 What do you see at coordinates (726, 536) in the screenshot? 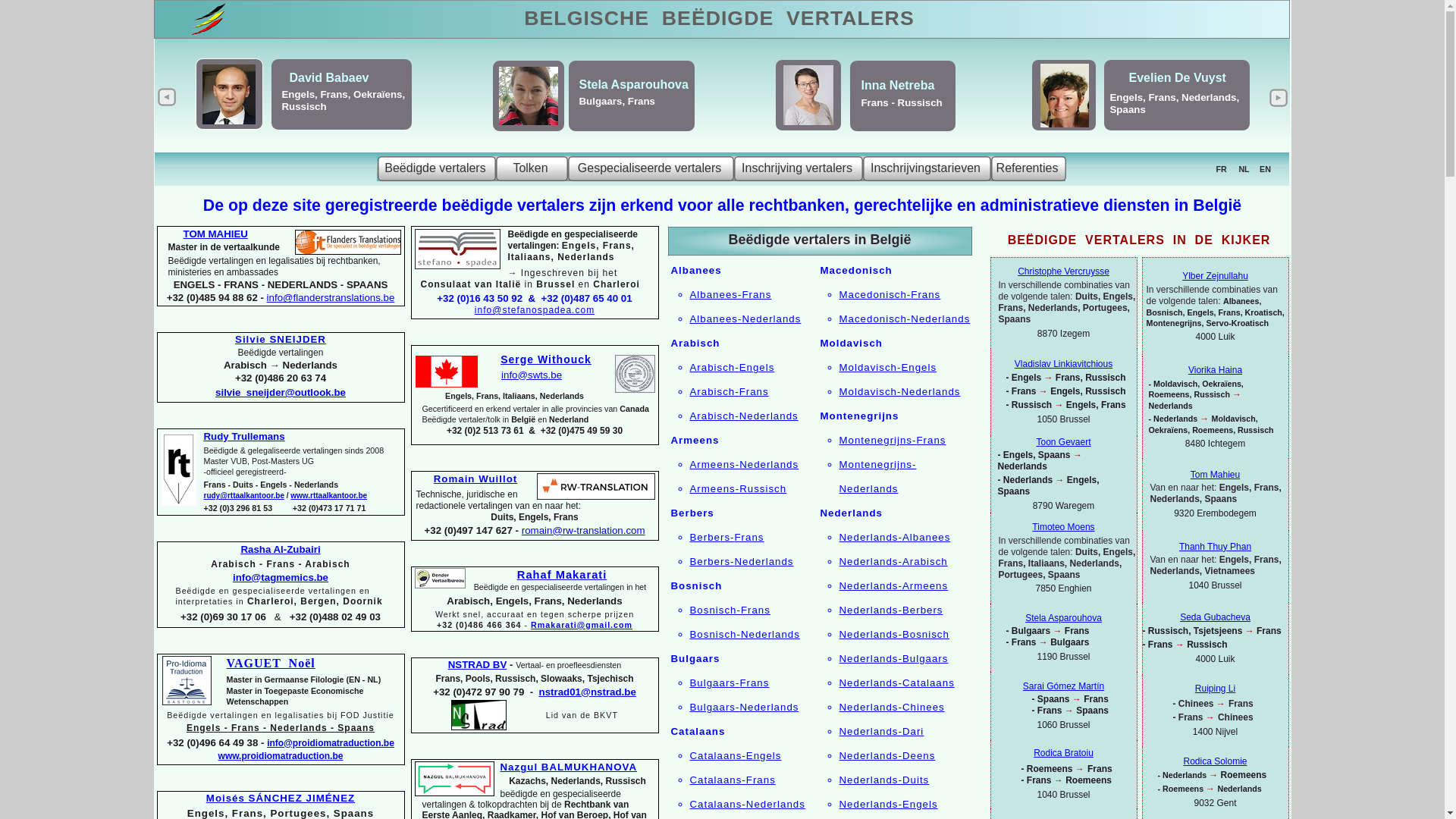
I see `'Berbers-Frans'` at bounding box center [726, 536].